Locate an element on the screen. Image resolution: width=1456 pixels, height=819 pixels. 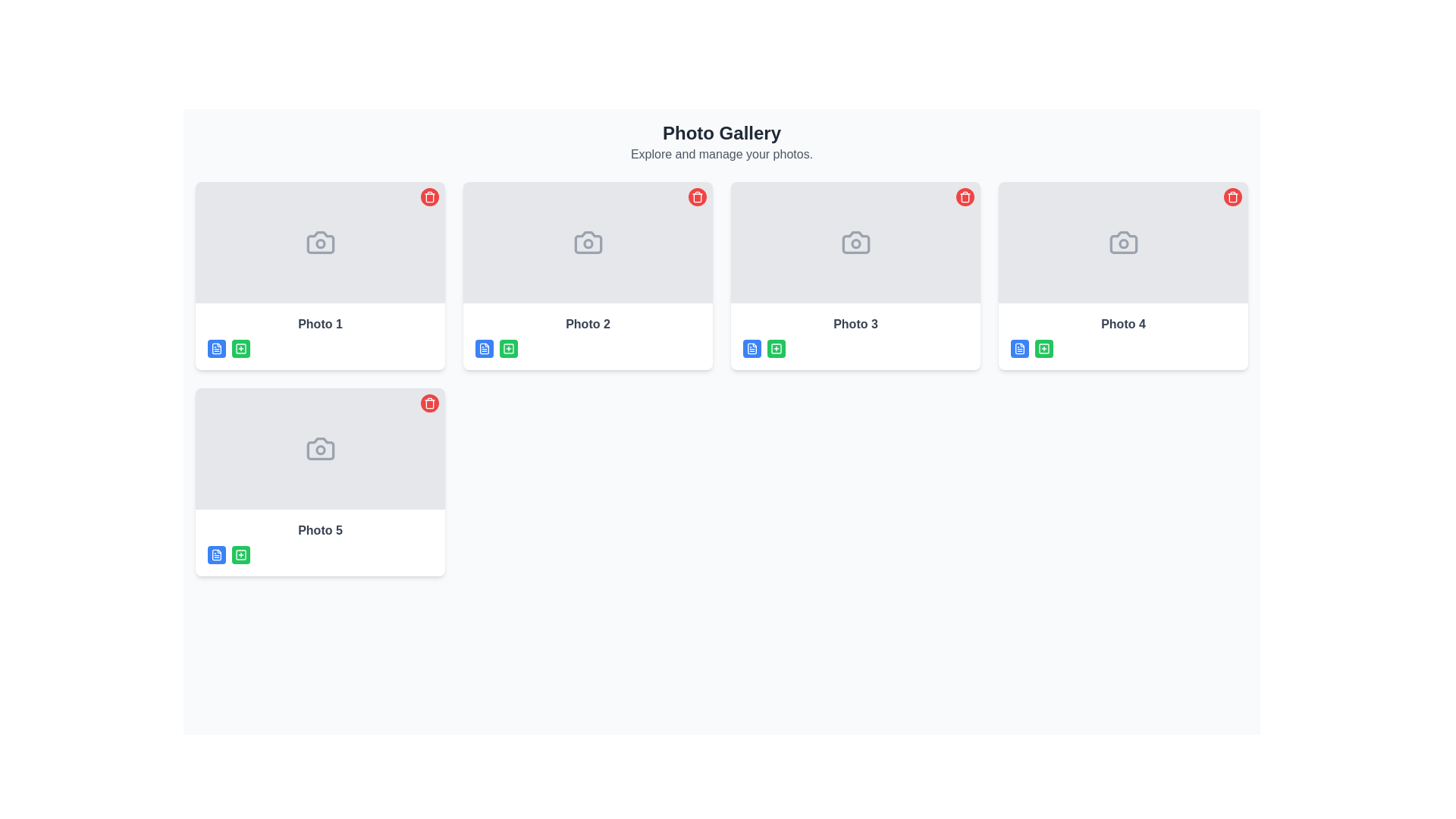
the blue icon button resembling a document or file at the bottom-left corner of the Photo 2 card is located at coordinates (483, 348).